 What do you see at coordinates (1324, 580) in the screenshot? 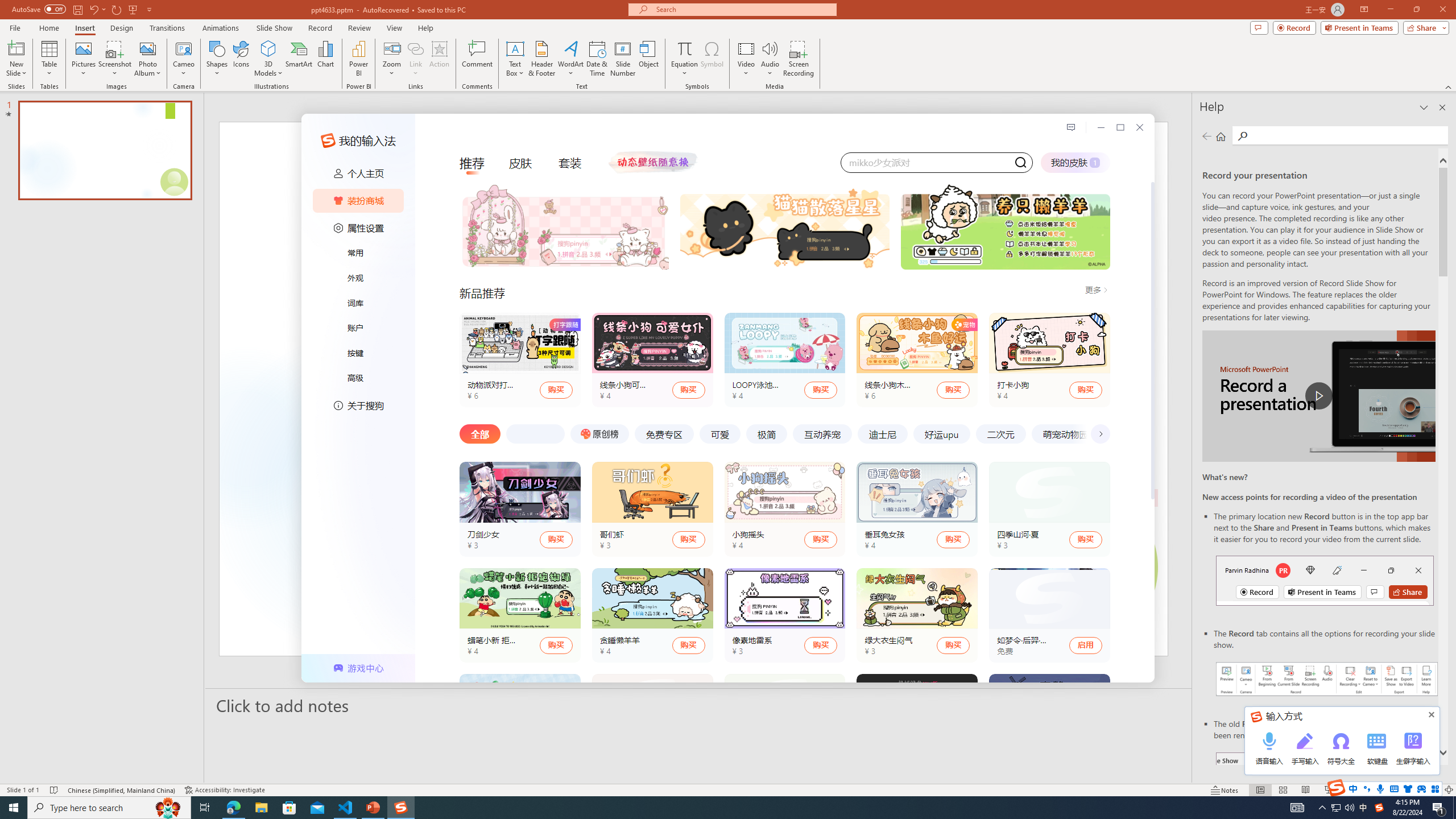
I see `'Record button in top bar'` at bounding box center [1324, 580].